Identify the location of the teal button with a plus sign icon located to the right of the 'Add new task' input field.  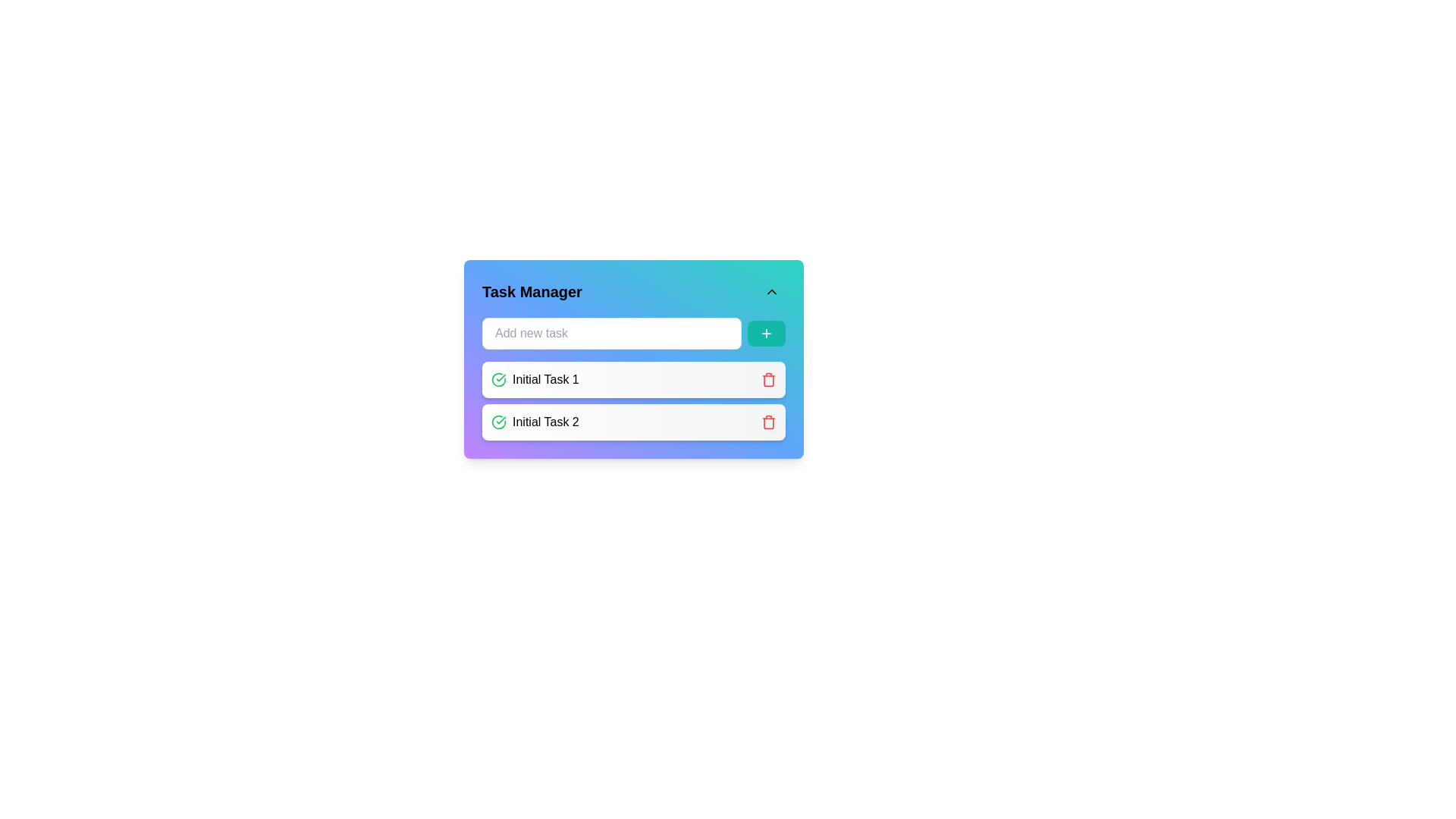
(767, 332).